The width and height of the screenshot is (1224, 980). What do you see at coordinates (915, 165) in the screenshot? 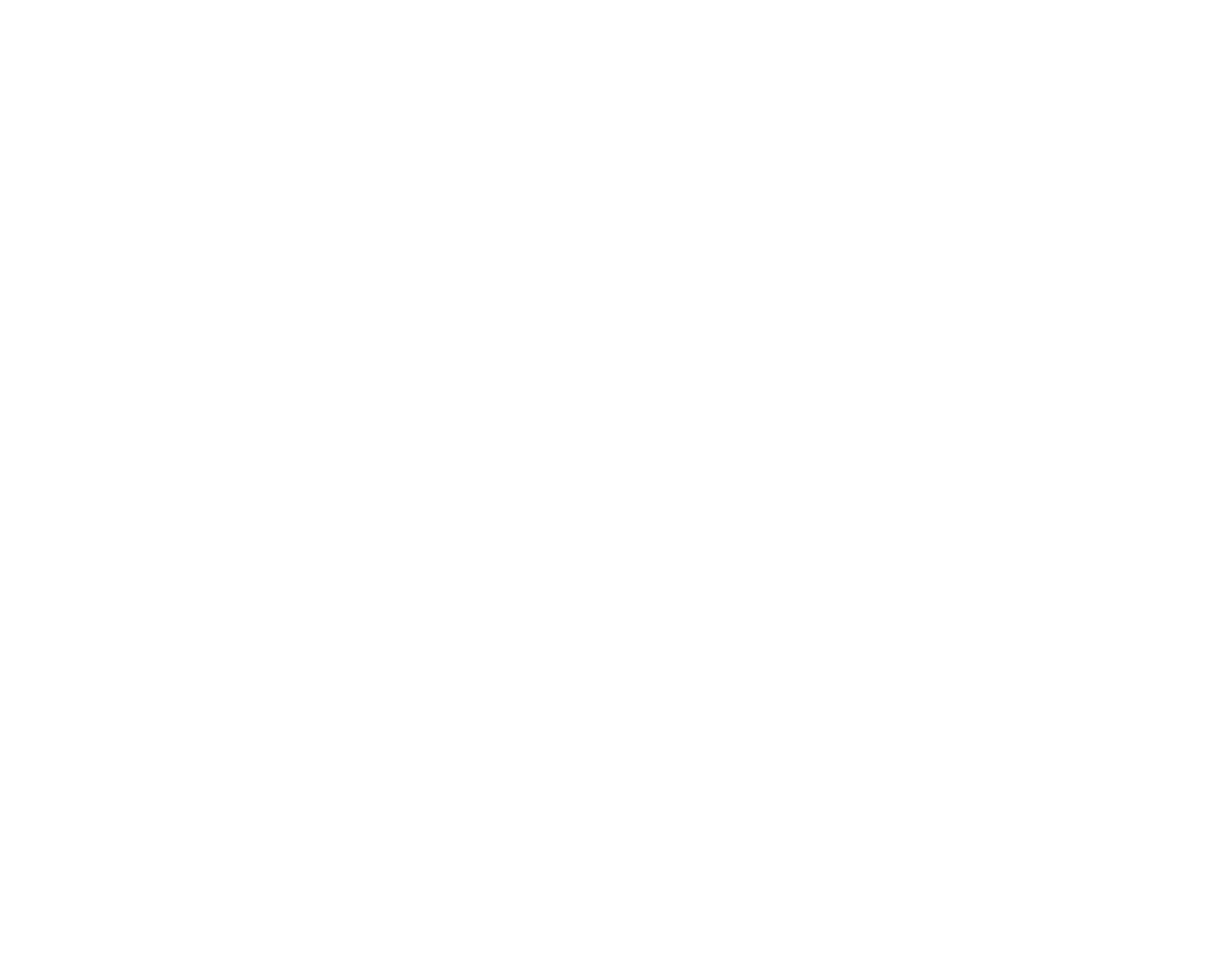
I see `'News'` at bounding box center [915, 165].